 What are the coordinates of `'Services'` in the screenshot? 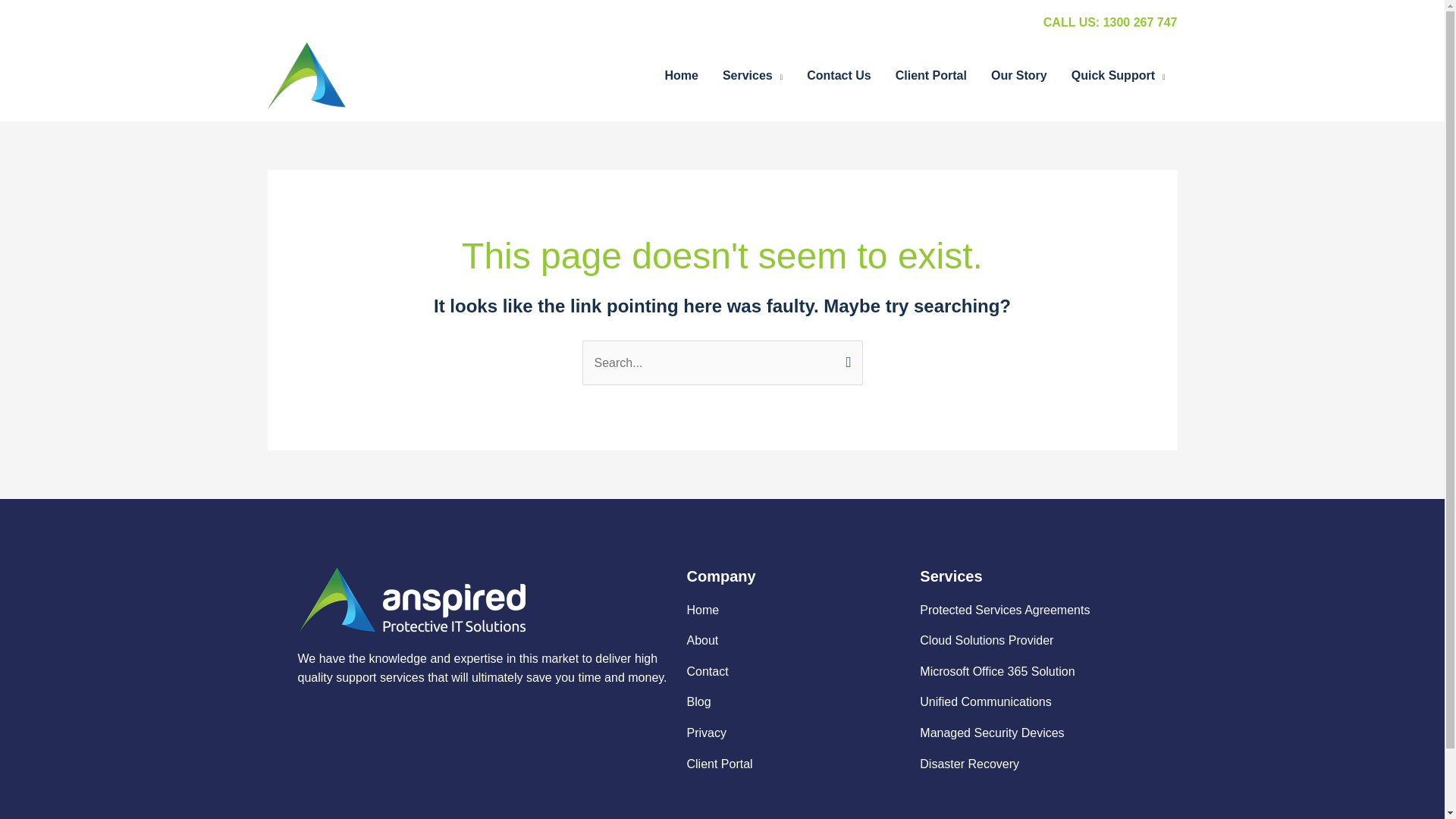 It's located at (709, 76).